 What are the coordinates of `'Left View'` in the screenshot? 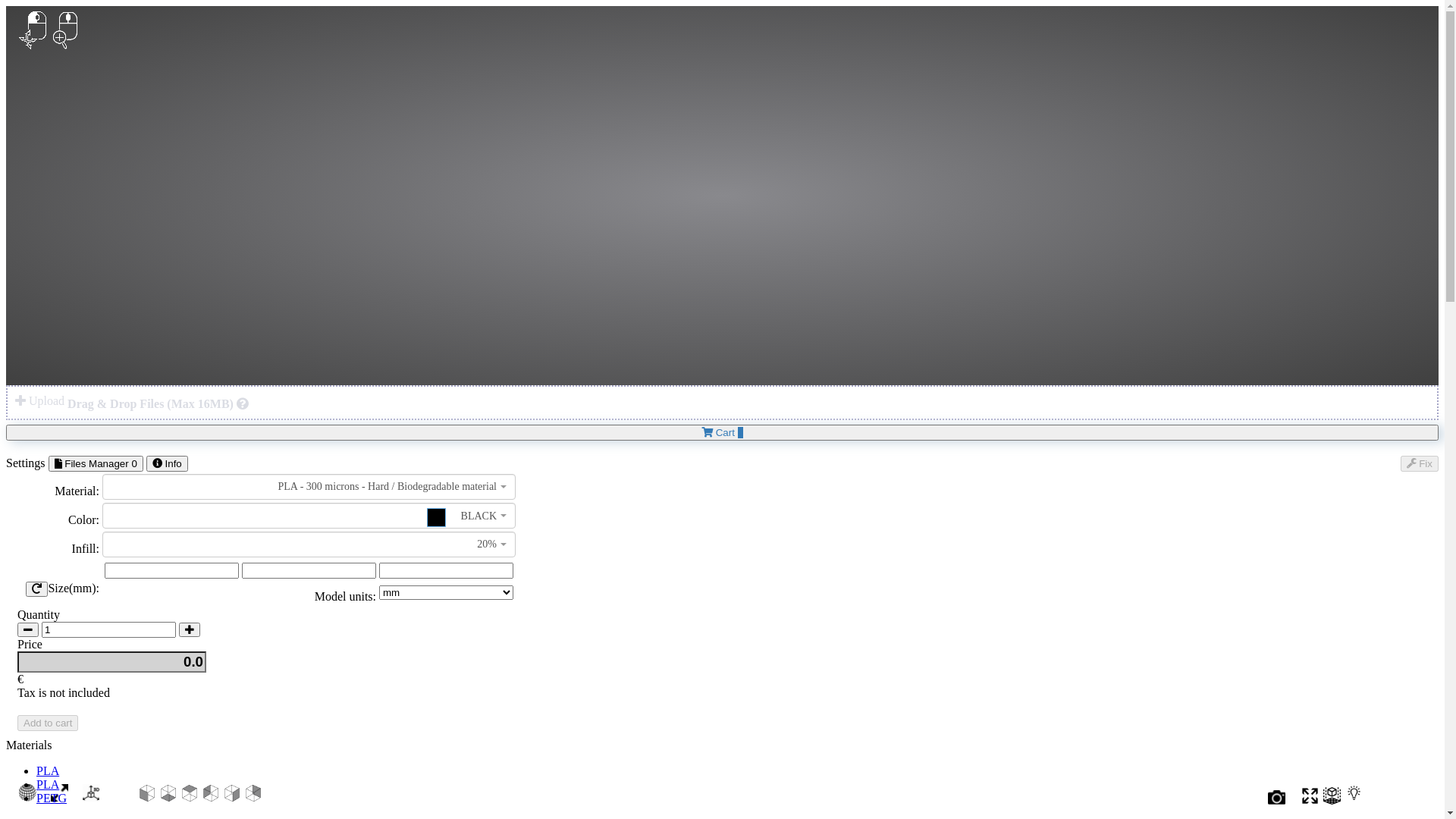 It's located at (210, 796).